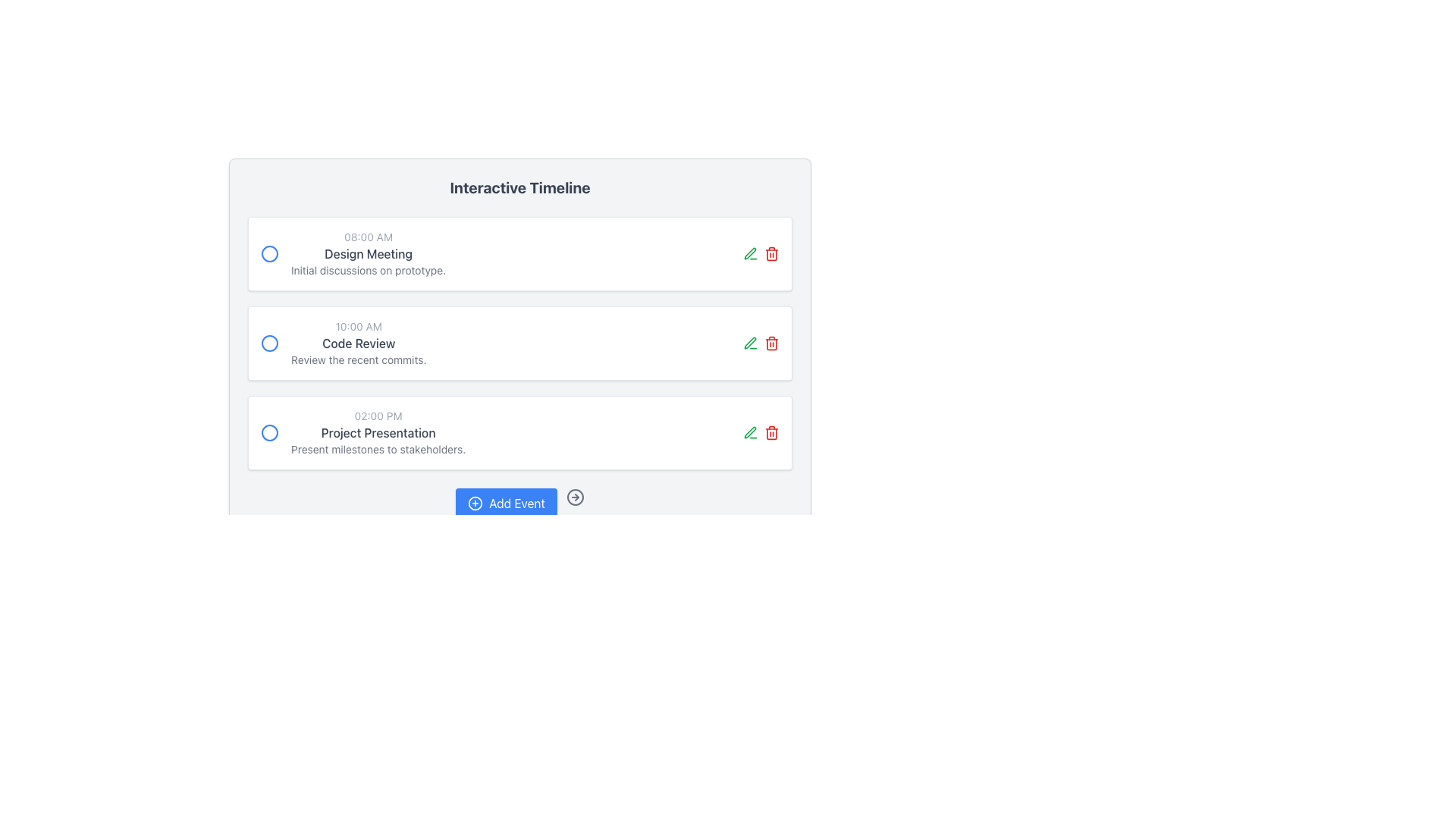  What do you see at coordinates (771, 432) in the screenshot?
I see `the delete button located on the right side of the third entry in the interactive timeline list` at bounding box center [771, 432].